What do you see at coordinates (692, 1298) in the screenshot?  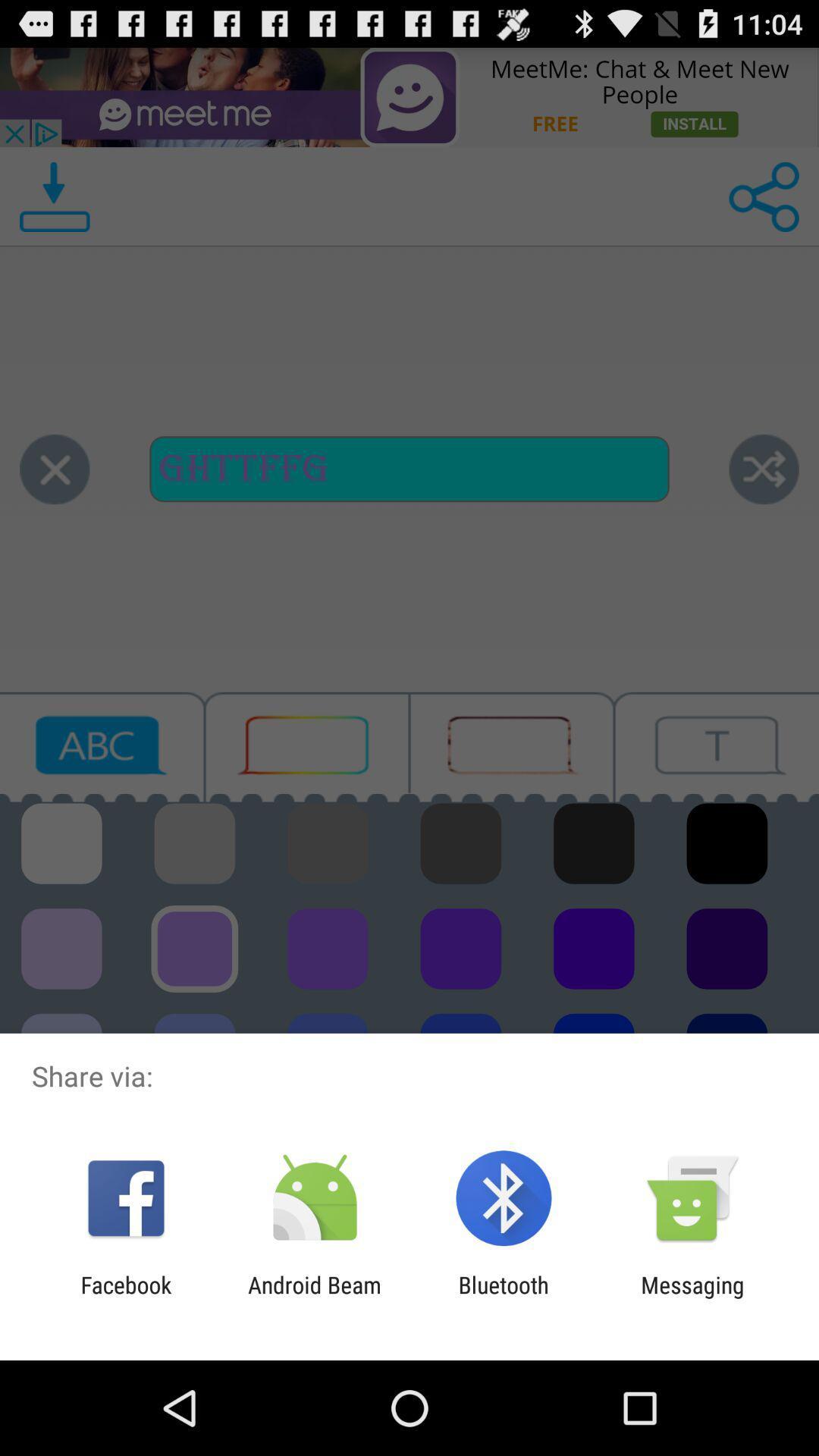 I see `app to the right of bluetooth icon` at bounding box center [692, 1298].